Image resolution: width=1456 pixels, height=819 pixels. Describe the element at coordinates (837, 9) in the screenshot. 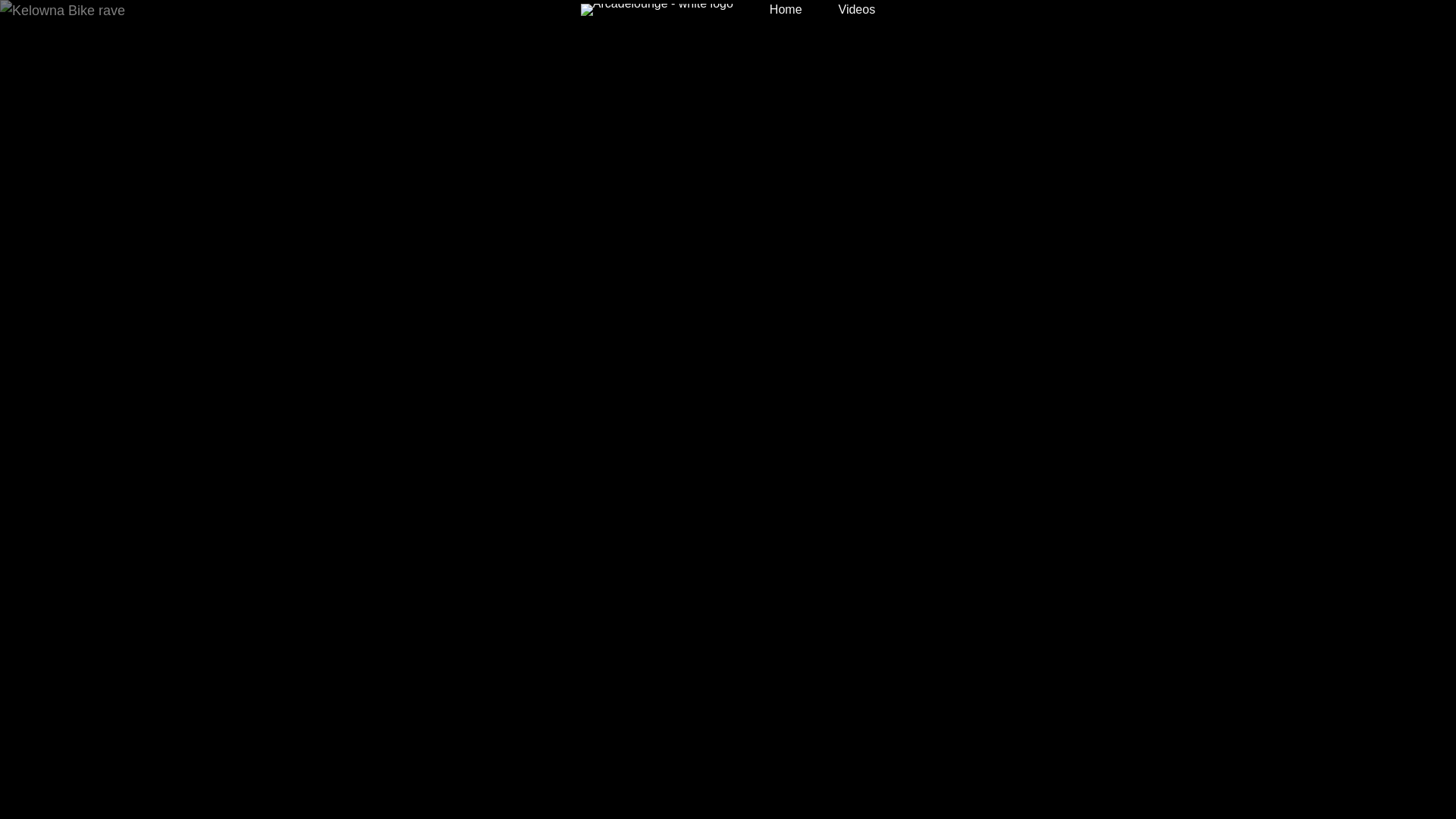

I see `'Videos'` at that location.